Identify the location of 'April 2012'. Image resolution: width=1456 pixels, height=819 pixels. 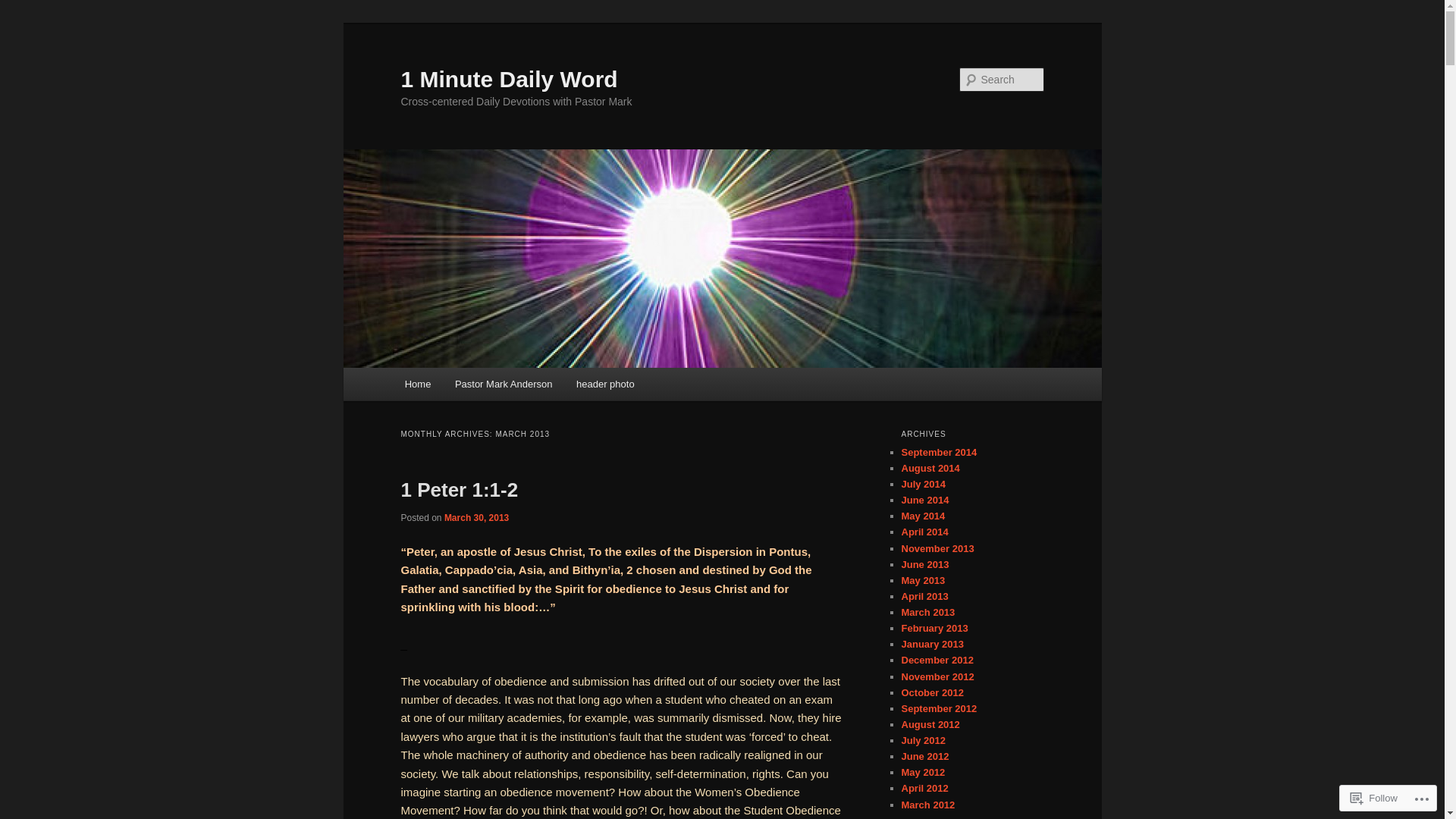
(924, 787).